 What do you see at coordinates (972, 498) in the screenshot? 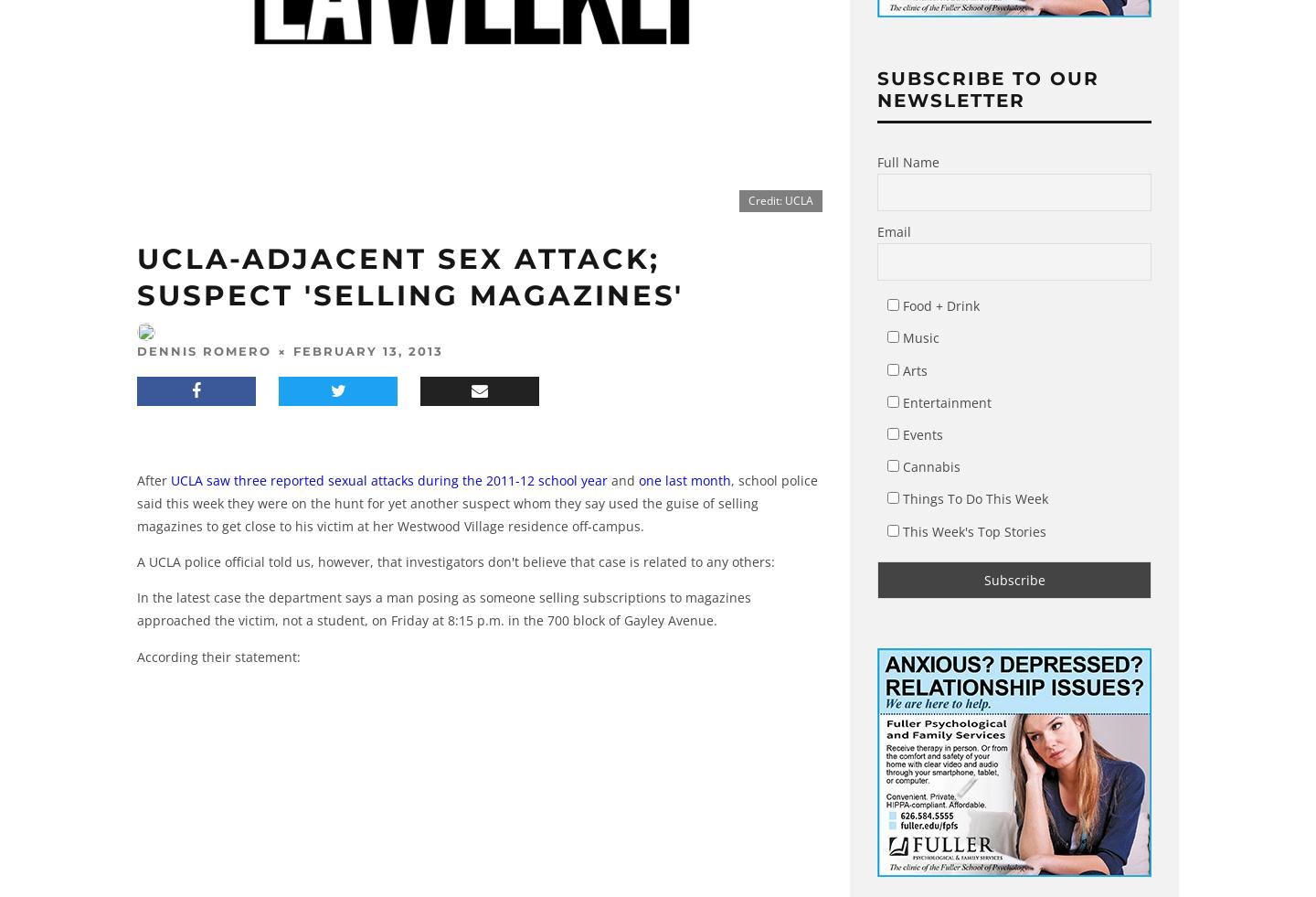
I see `'Things To Do This Week'` at bounding box center [972, 498].